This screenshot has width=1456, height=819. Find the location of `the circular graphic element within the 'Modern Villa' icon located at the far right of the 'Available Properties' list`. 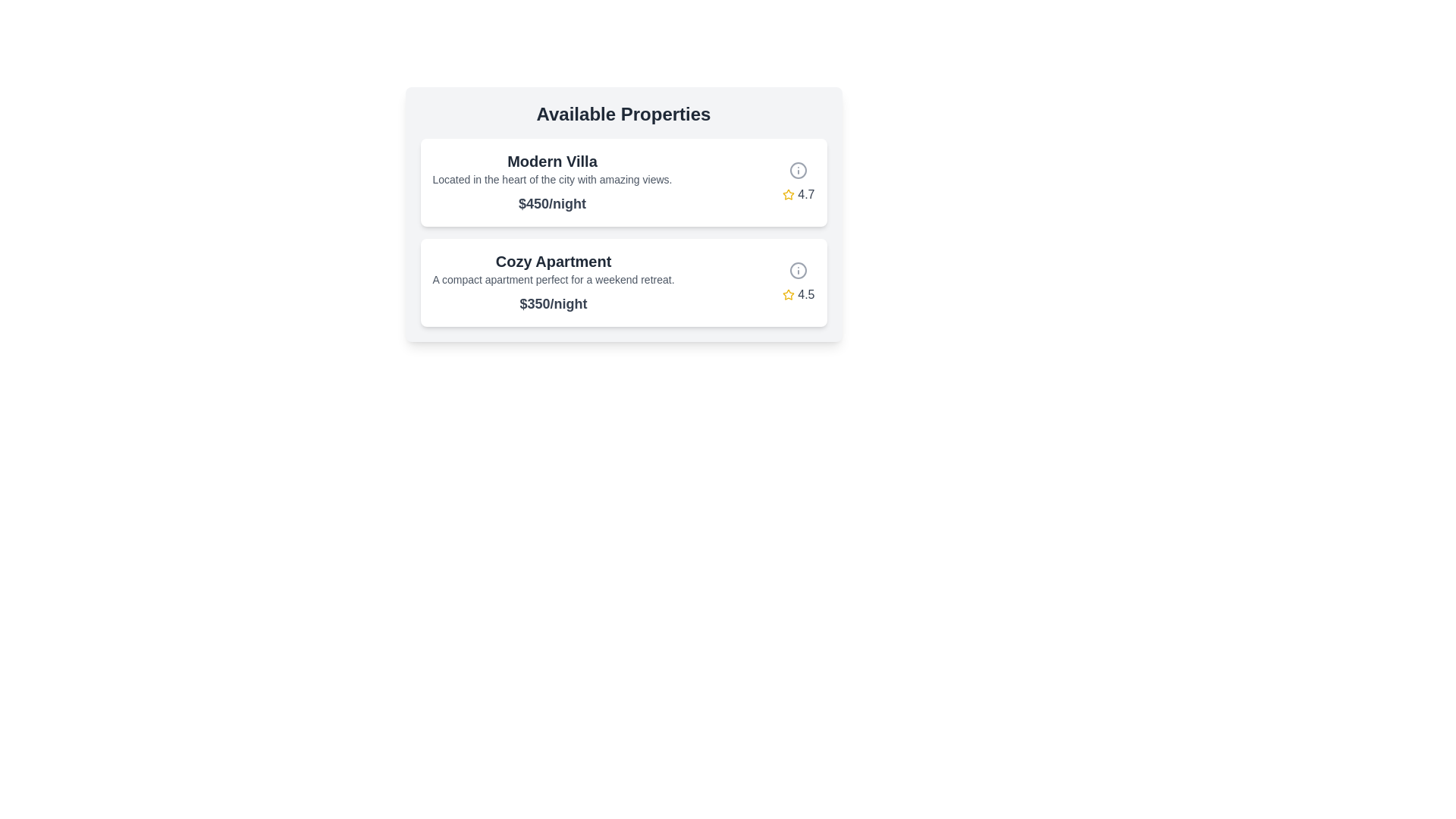

the circular graphic element within the 'Modern Villa' icon located at the far right of the 'Available Properties' list is located at coordinates (798, 270).